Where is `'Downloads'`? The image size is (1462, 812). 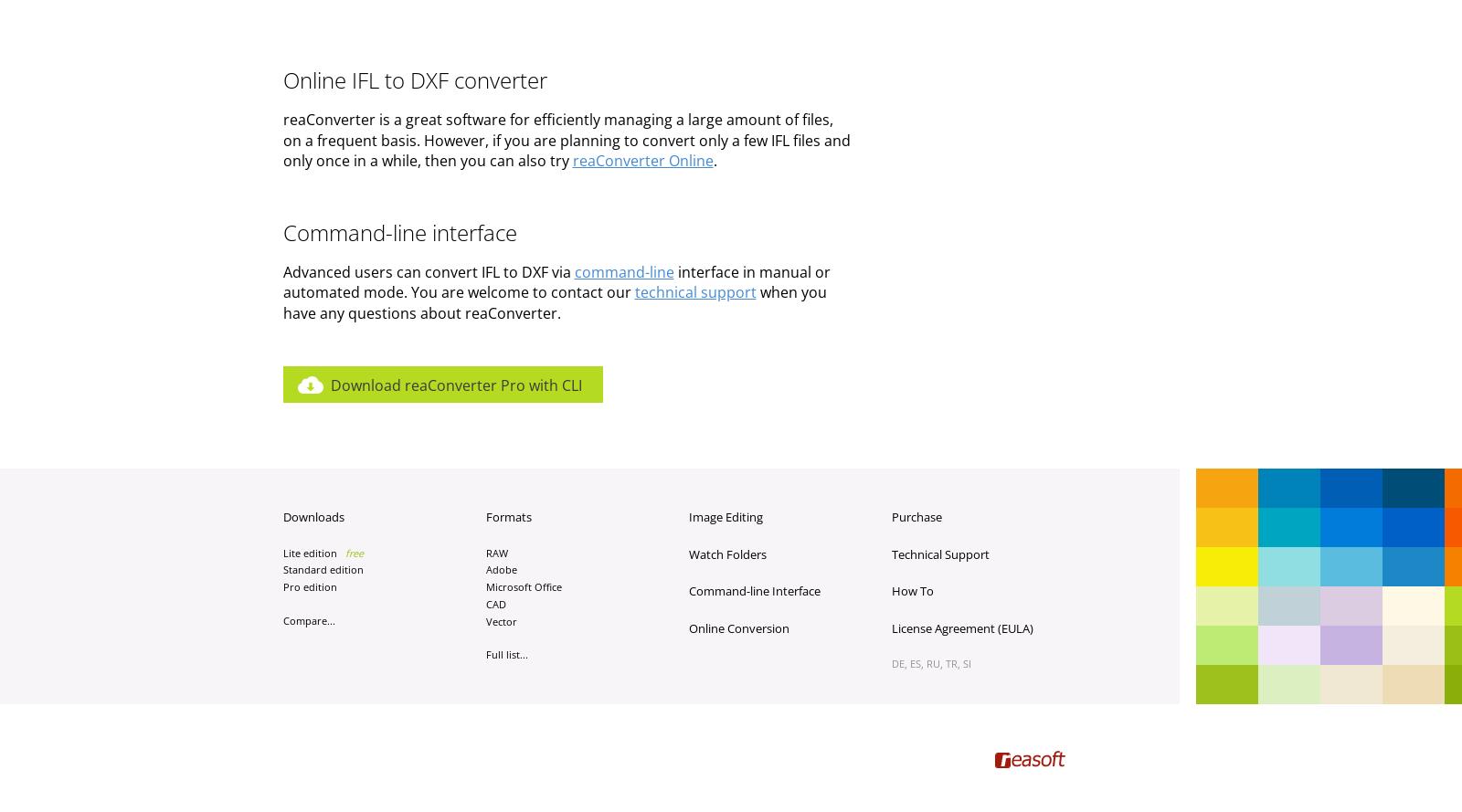
'Downloads' is located at coordinates (313, 517).